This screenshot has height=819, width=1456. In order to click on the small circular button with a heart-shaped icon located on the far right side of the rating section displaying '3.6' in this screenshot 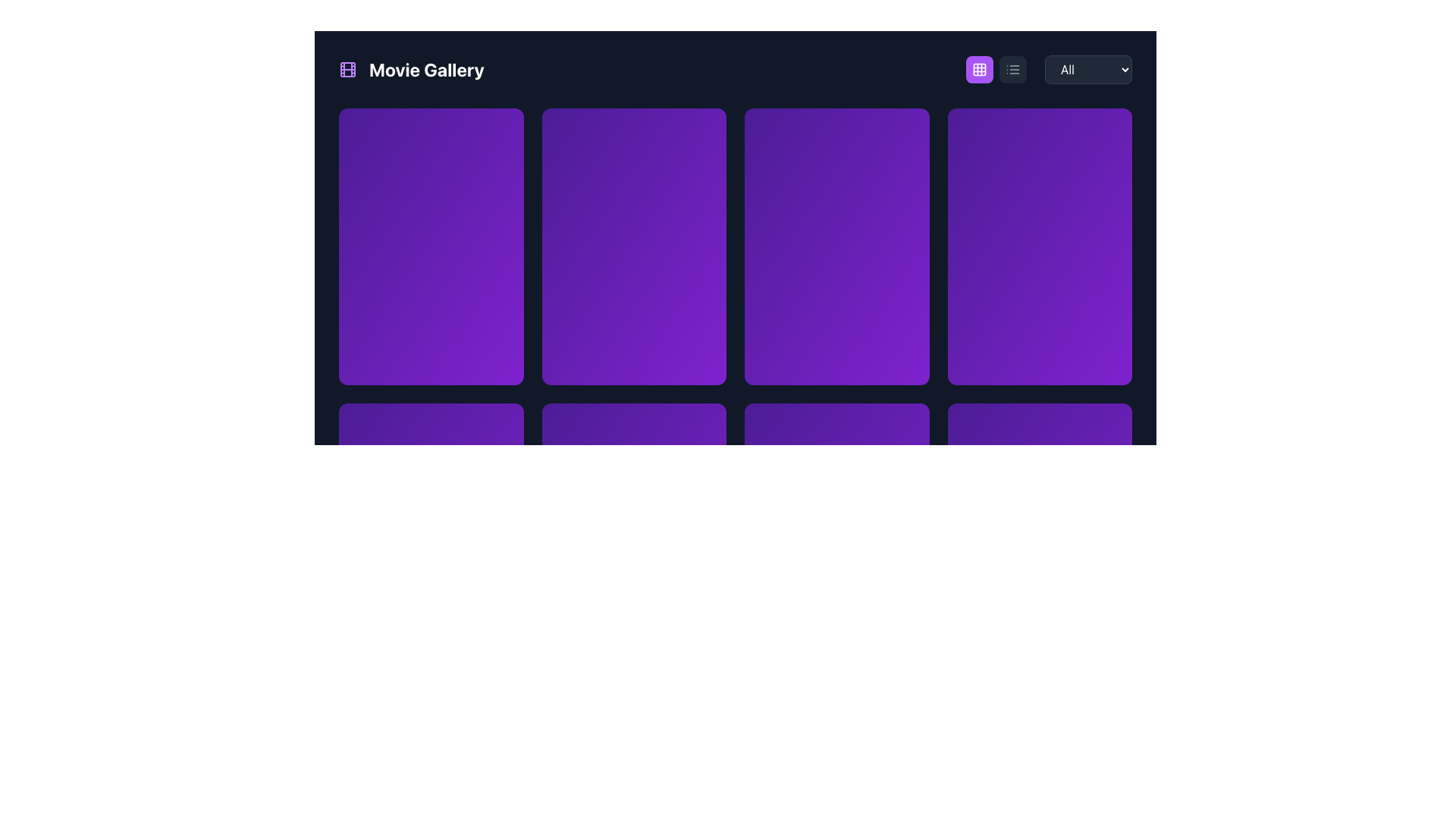, I will do `click(701, 428)`.